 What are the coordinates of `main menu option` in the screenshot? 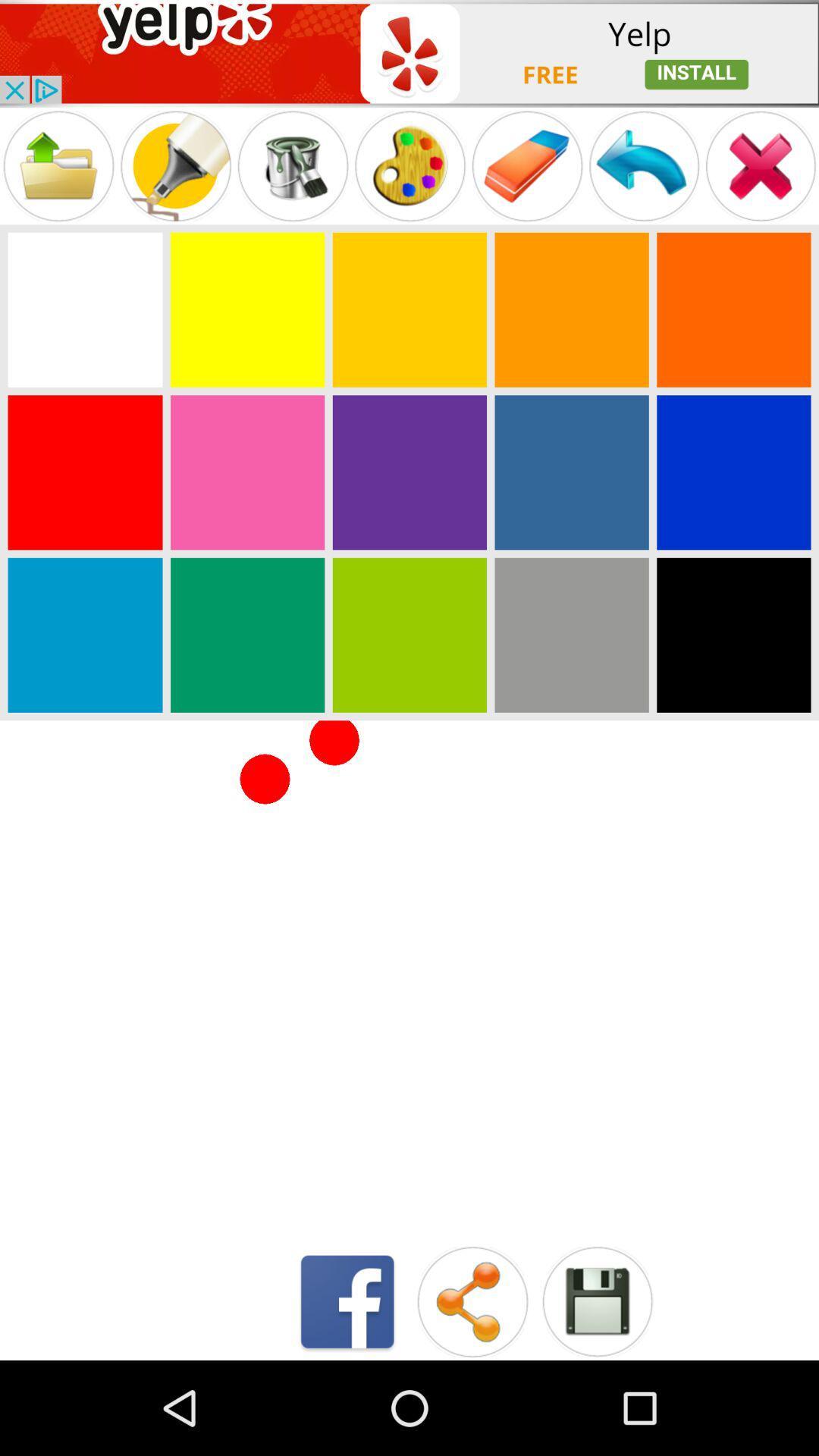 It's located at (644, 166).